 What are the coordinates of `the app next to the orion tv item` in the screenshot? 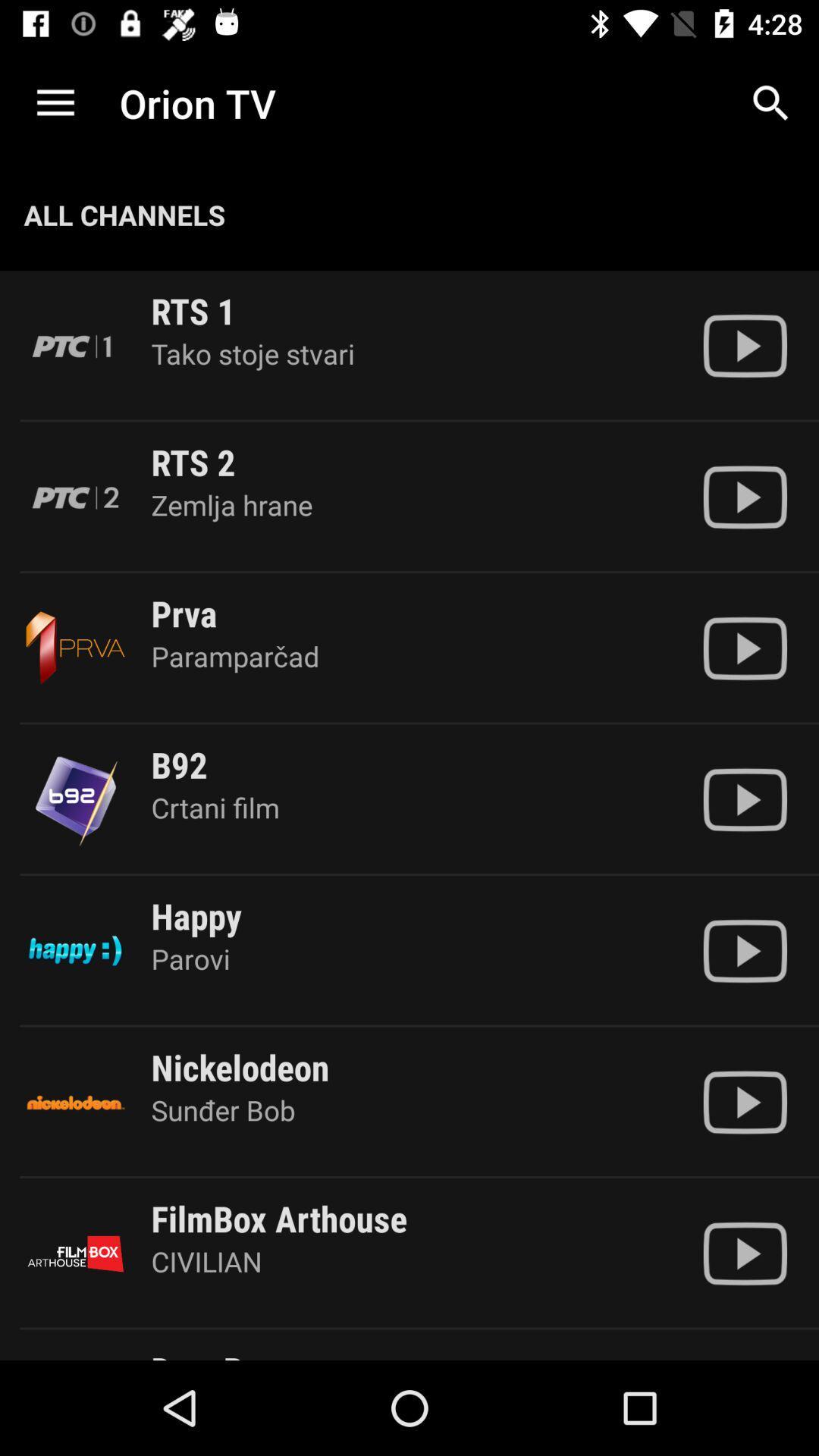 It's located at (55, 102).